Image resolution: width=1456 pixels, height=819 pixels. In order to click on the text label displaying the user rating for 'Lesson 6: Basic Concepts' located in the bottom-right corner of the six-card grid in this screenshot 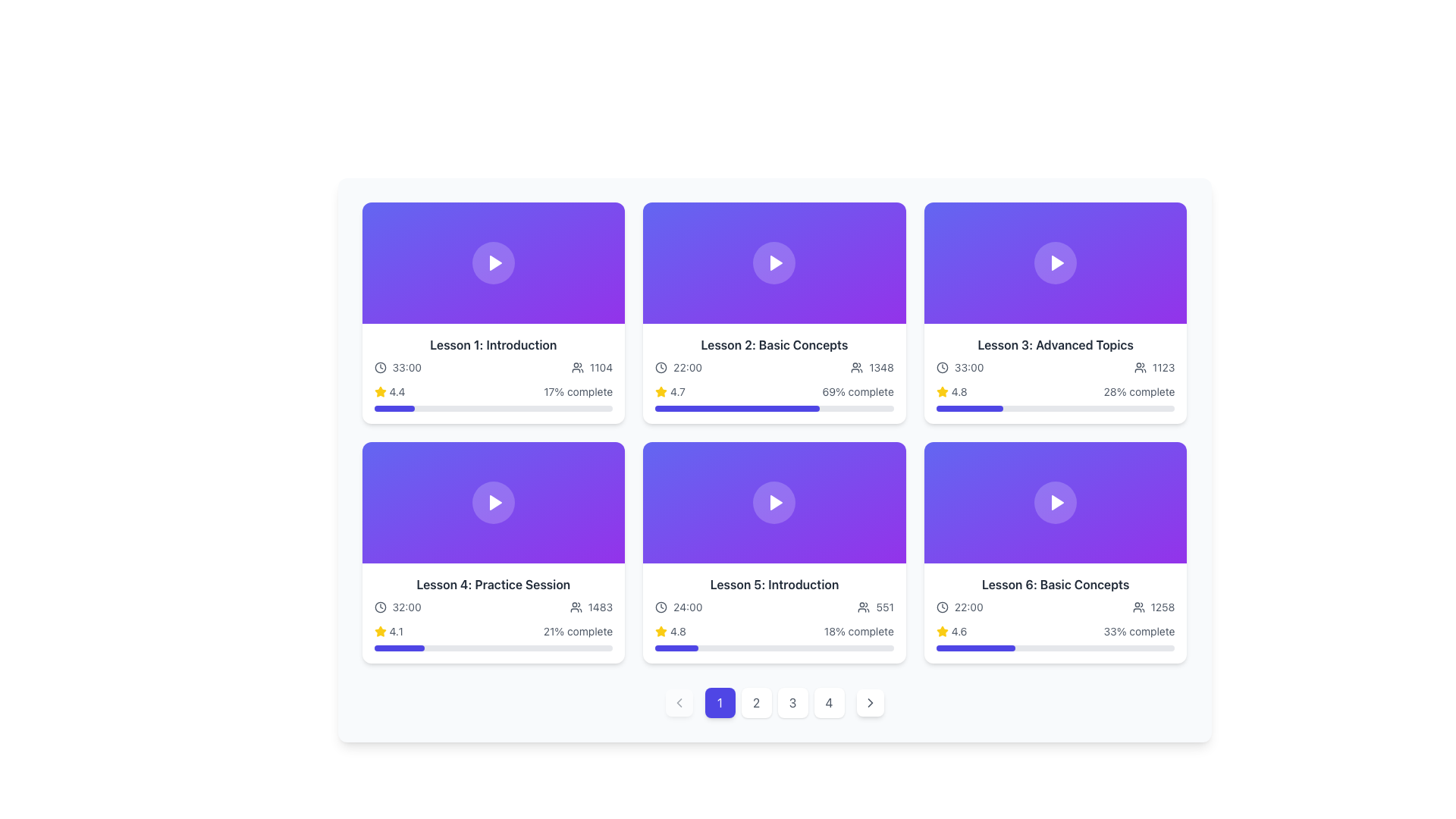, I will do `click(959, 632)`.